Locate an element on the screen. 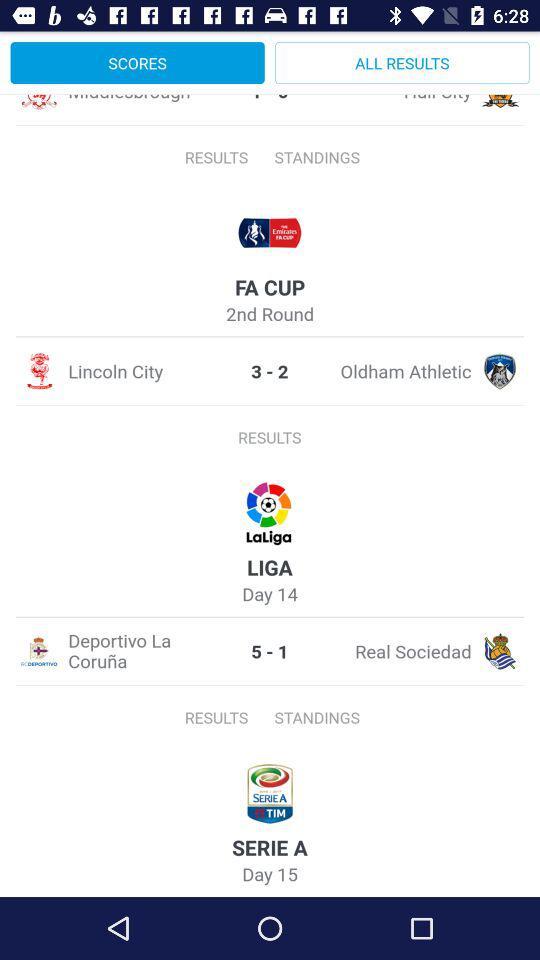 This screenshot has height=960, width=540. the item next to the scores item is located at coordinates (402, 62).